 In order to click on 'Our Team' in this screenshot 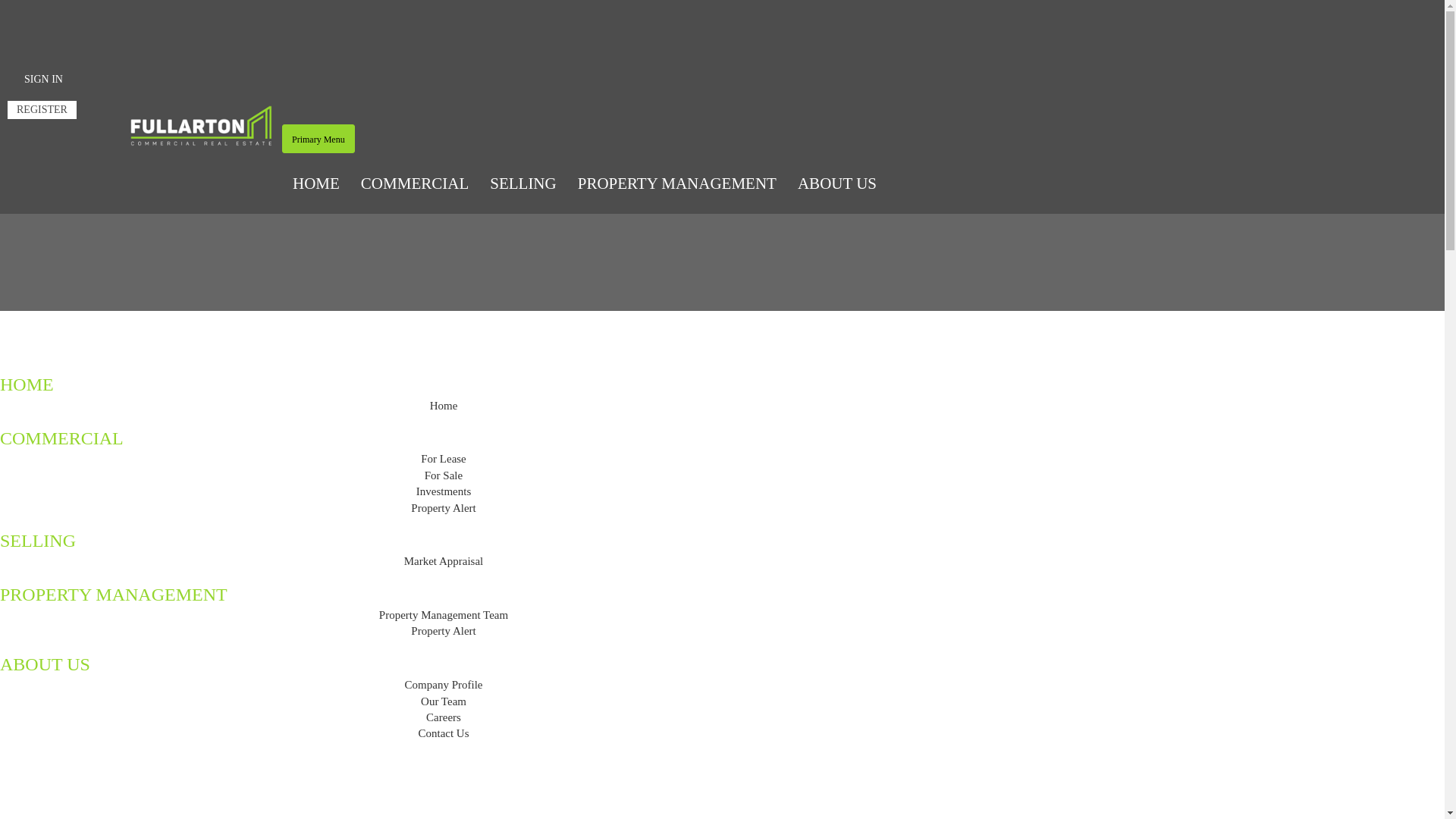, I will do `click(443, 701)`.